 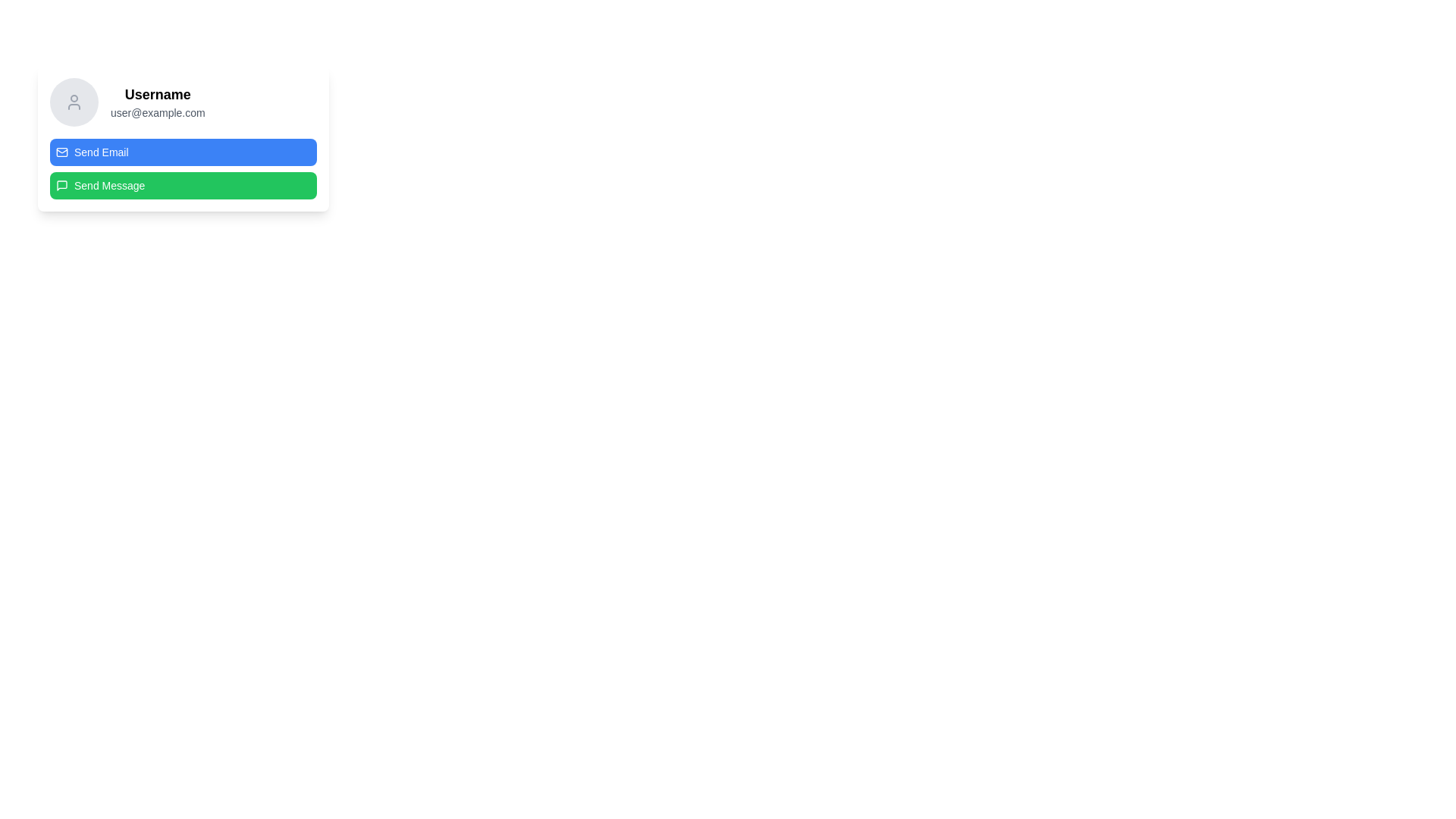 What do you see at coordinates (61, 185) in the screenshot?
I see `the green 'Send Message' button to initiate the messaging function, which is represented by the SVG icon located at the leftmost side of the button` at bounding box center [61, 185].